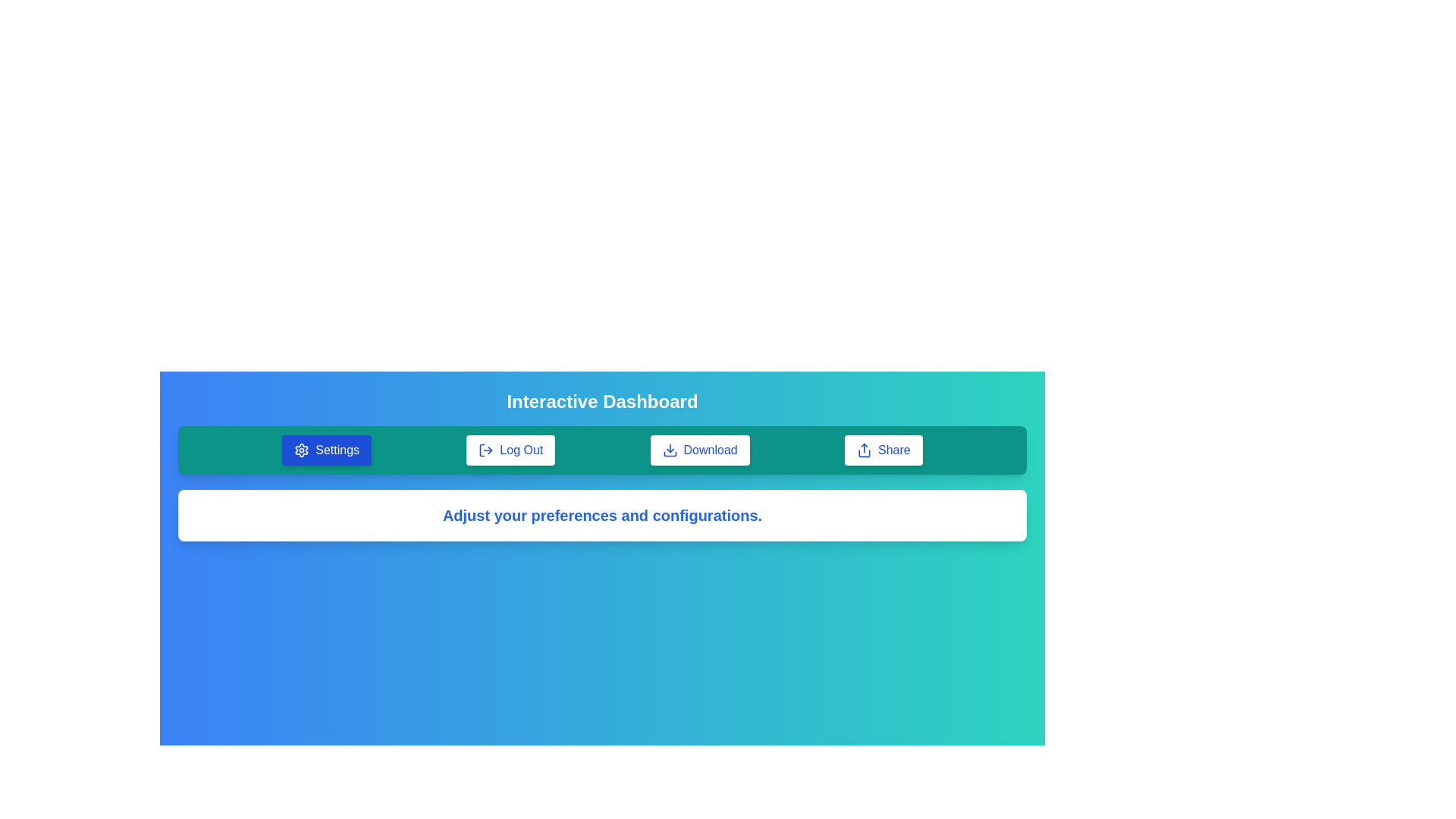 This screenshot has width=1456, height=819. What do you see at coordinates (698, 450) in the screenshot?
I see `the Download button to trigger its functionality` at bounding box center [698, 450].